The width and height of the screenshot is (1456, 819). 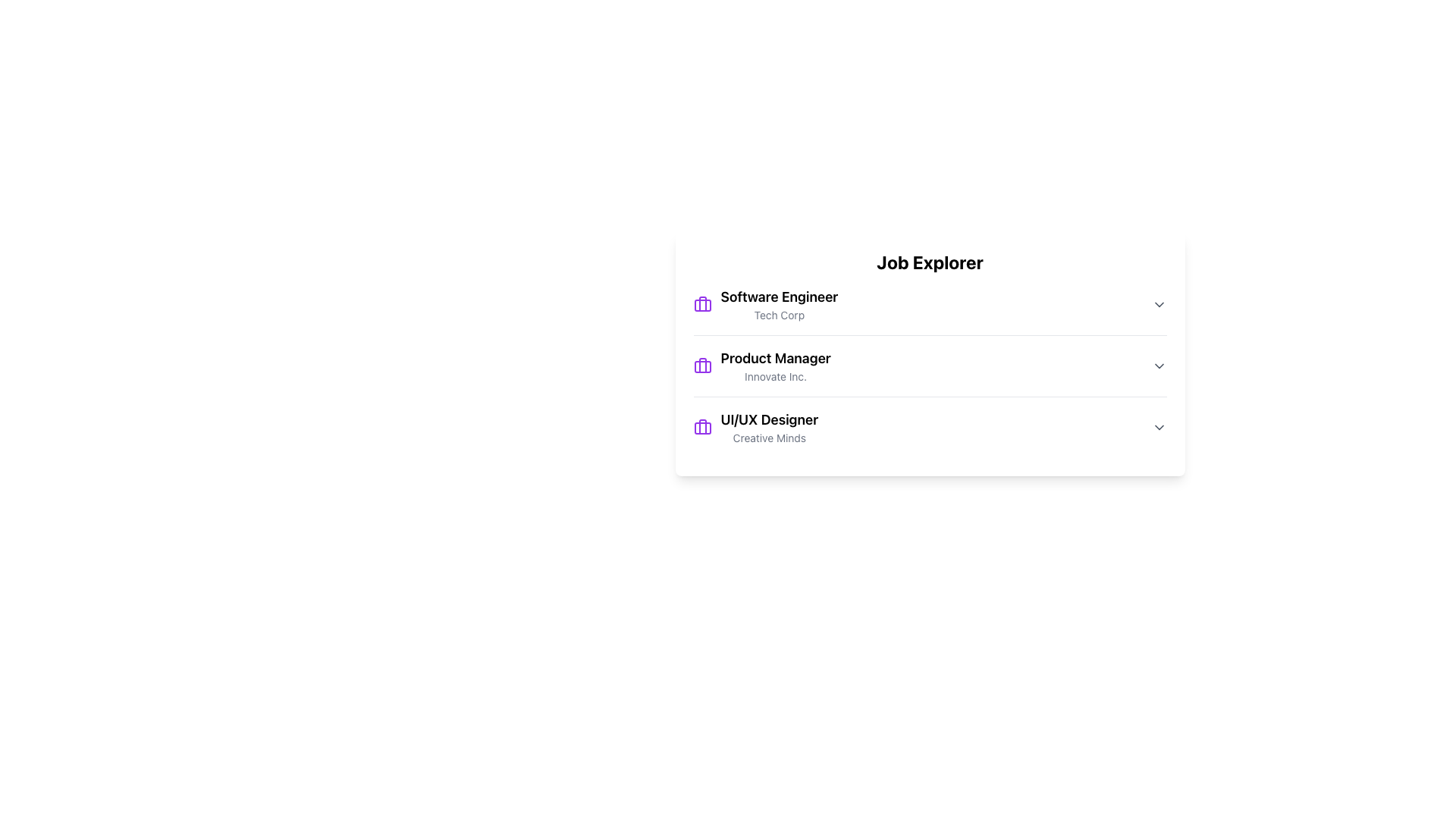 I want to click on the 'Job Explorer' title text, which is located at the top of a rounded white box that labels the section above a list of job entries, so click(x=929, y=262).